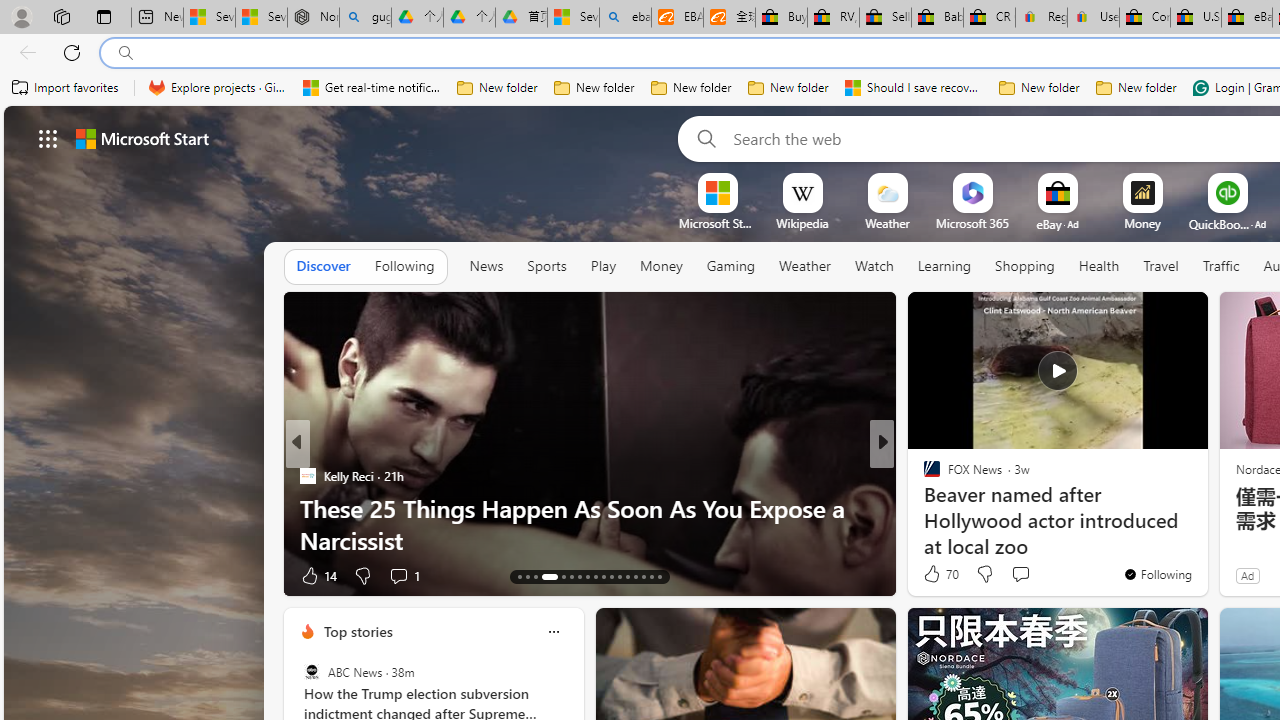  Describe the element at coordinates (643, 577) in the screenshot. I see `'AutomationID: tab-33'` at that location.